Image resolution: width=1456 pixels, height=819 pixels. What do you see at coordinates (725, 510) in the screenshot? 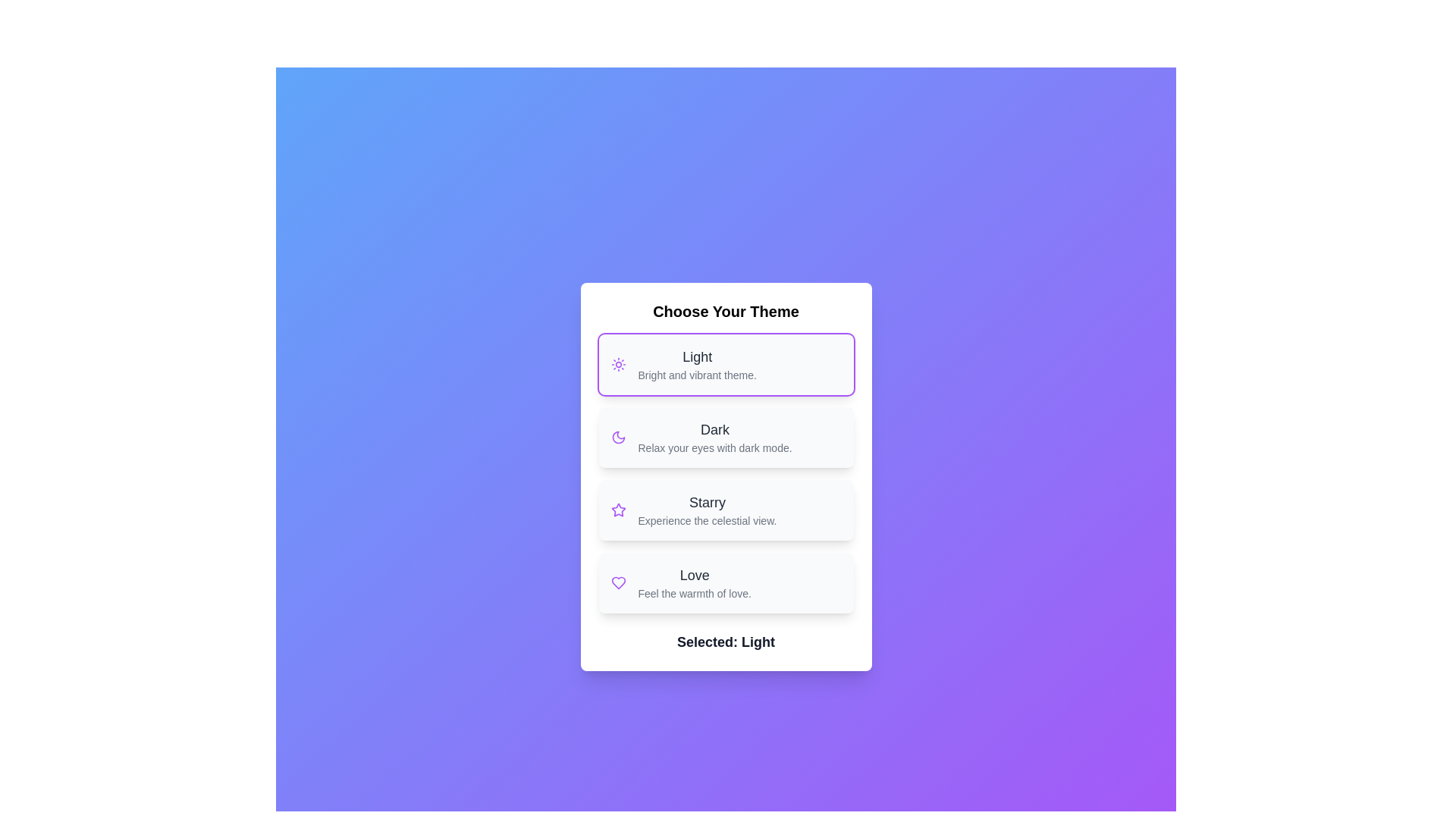
I see `the theme Starry by clicking on its corresponding area` at bounding box center [725, 510].